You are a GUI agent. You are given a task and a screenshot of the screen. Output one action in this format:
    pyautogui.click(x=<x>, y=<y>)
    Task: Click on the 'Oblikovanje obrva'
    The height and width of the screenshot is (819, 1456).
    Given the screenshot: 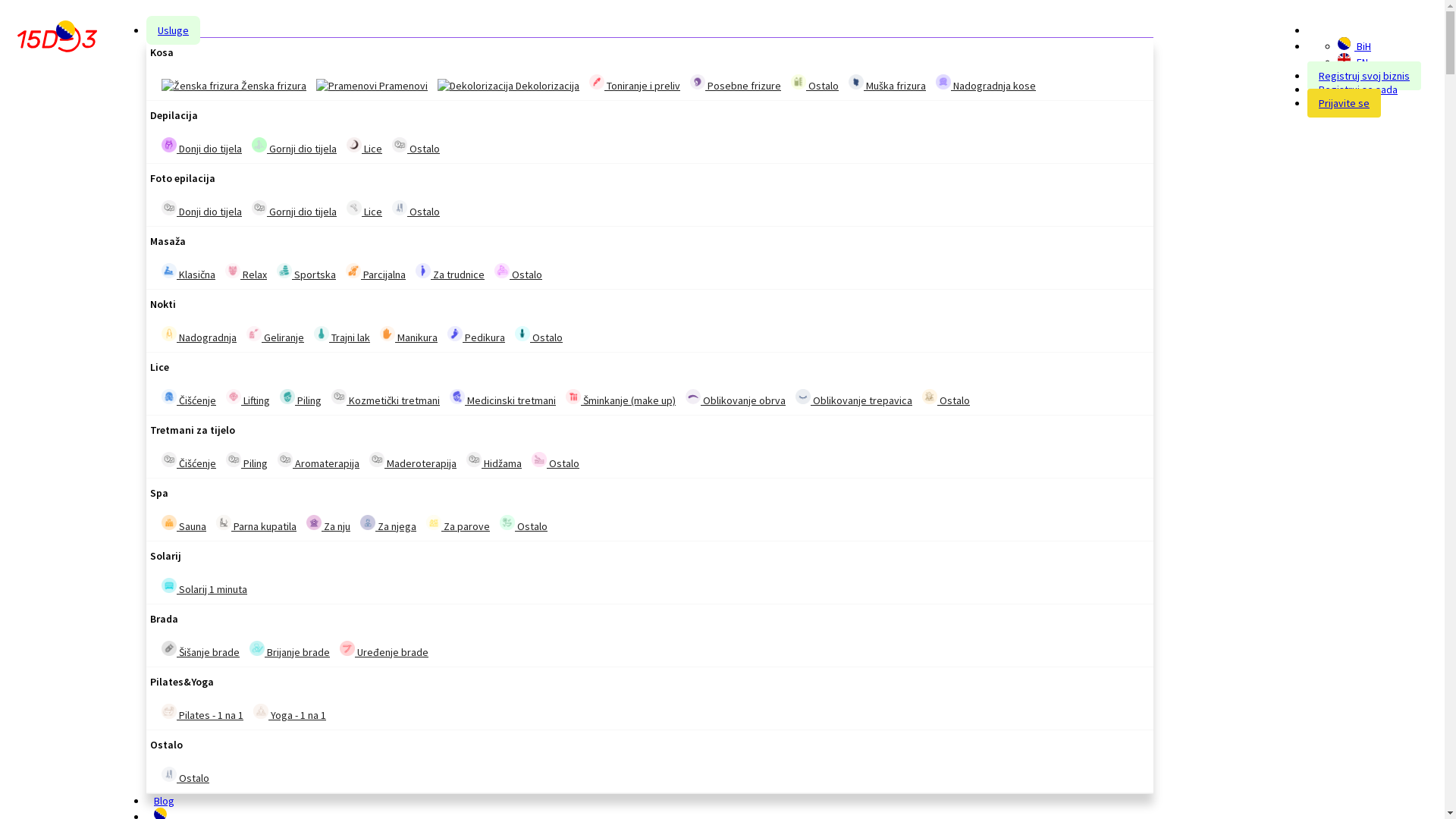 What is the action you would take?
    pyautogui.click(x=692, y=396)
    